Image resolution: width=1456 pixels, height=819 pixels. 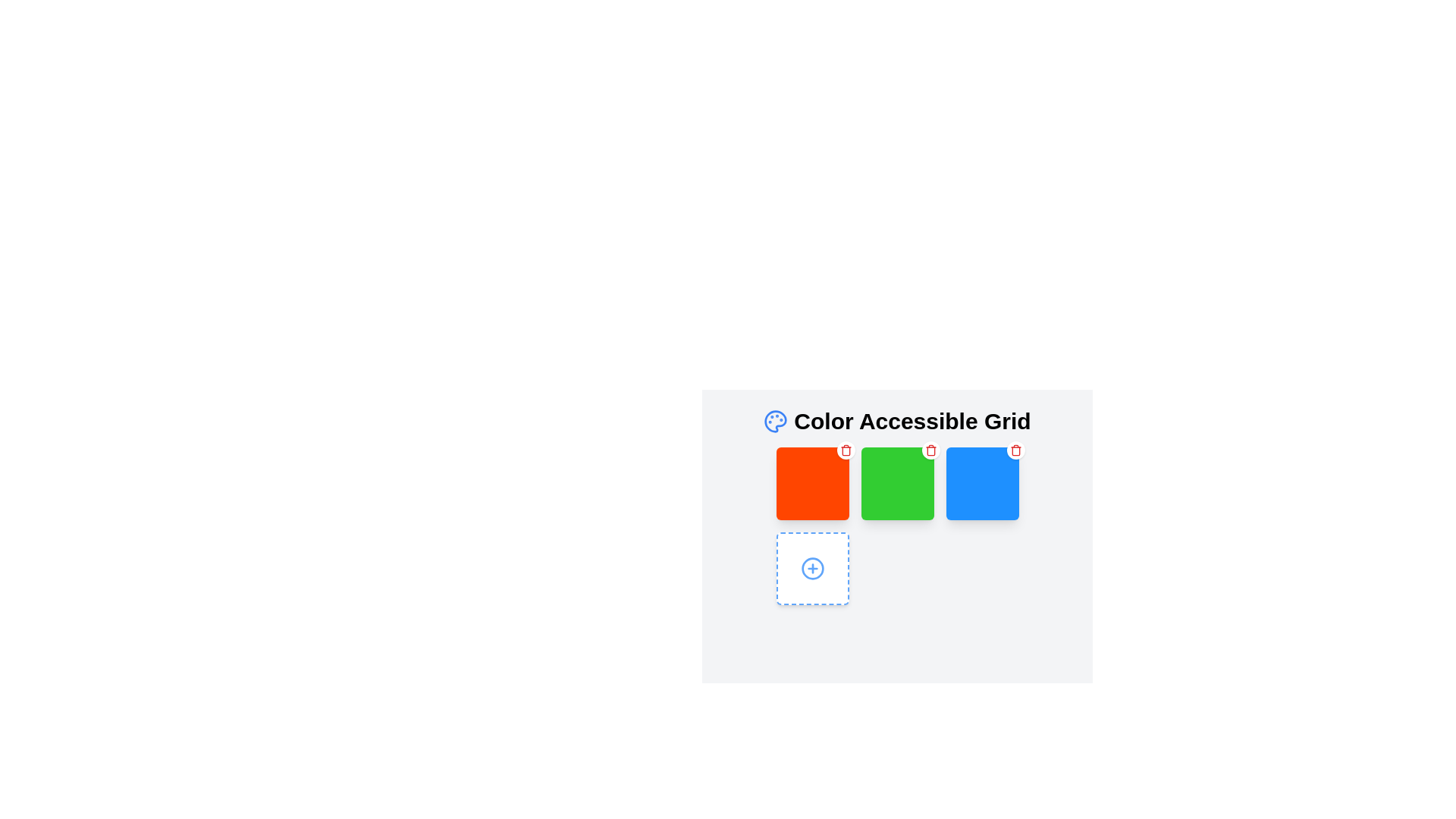 I want to click on the second square in the top row of the grid layout, which represents a selectable color option located between a red square and a blue square, so click(x=897, y=483).